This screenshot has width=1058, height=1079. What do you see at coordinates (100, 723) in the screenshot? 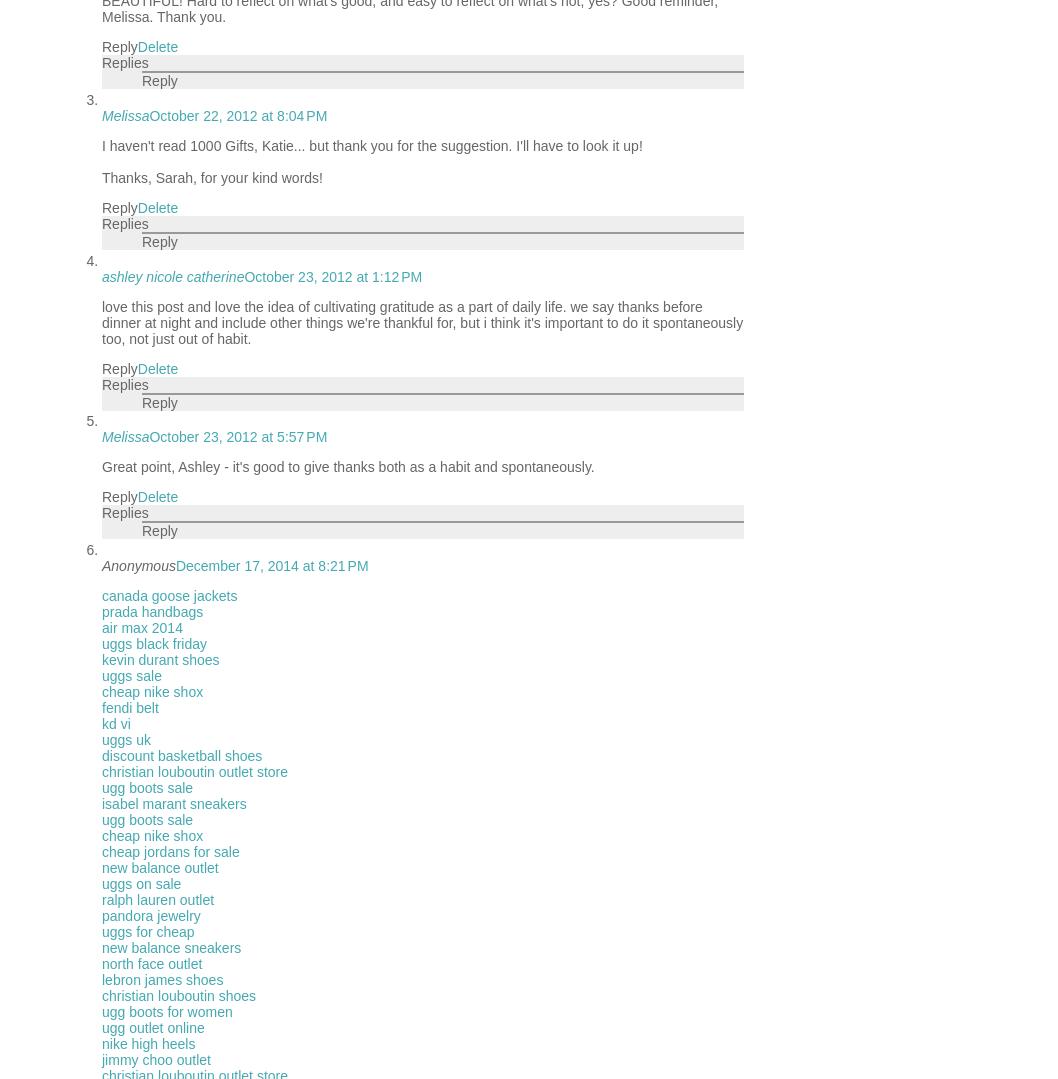
I see `'kd vi'` at bounding box center [100, 723].